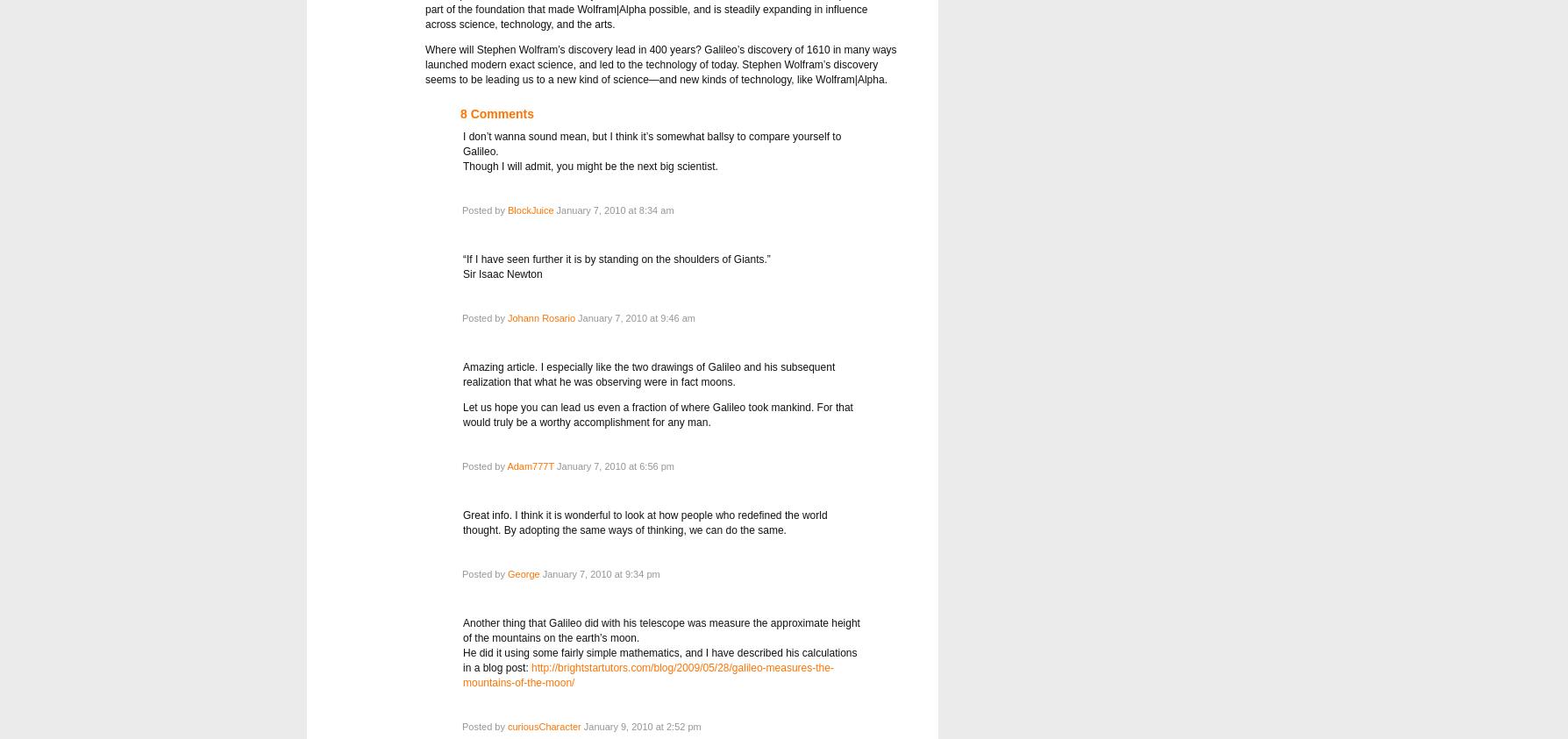  Describe the element at coordinates (589, 167) in the screenshot. I see `'Though I will admit, you might be the next big scientist.'` at that location.